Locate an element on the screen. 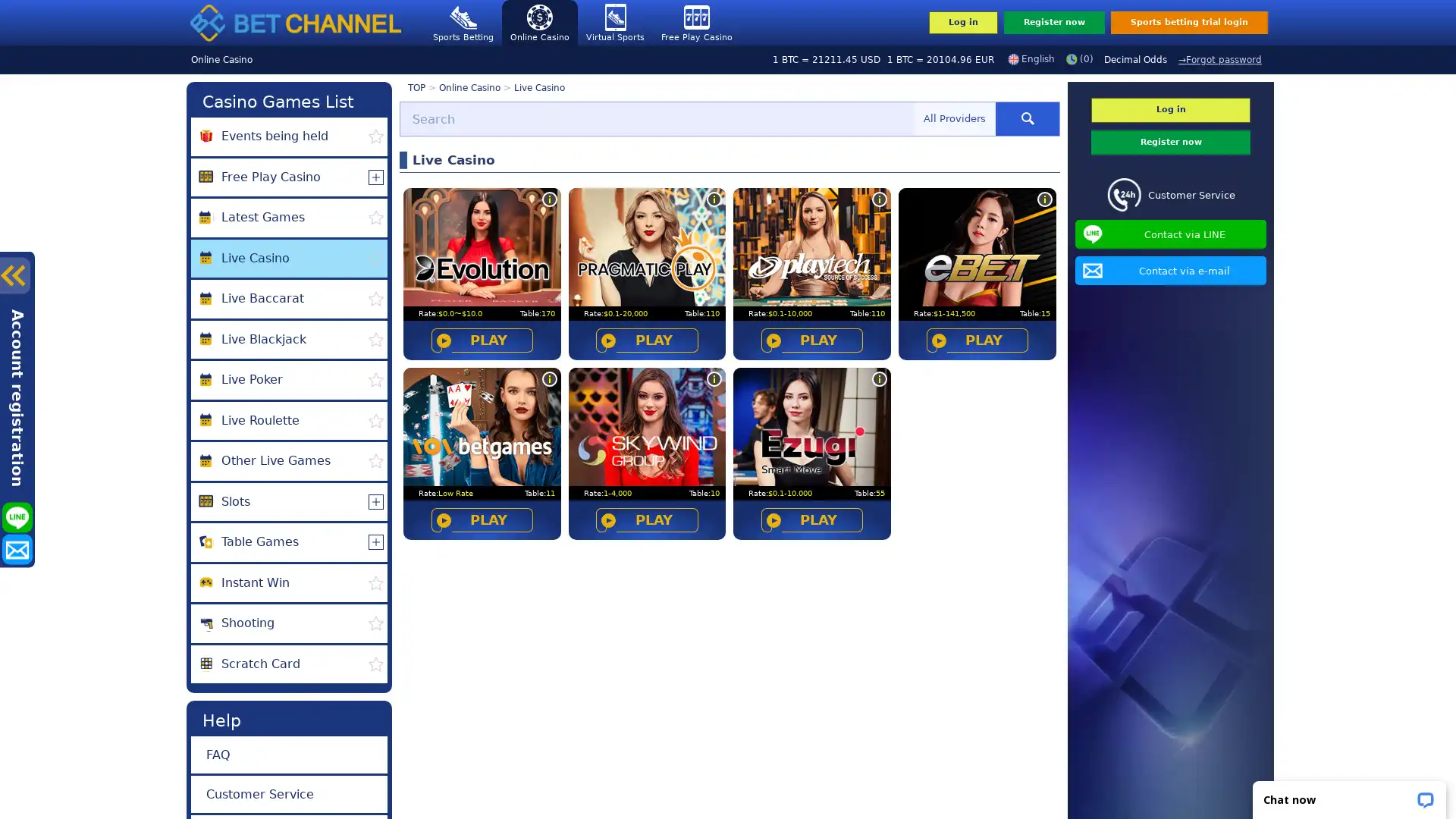 The height and width of the screenshot is (819, 1456). PLAY is located at coordinates (977, 339).